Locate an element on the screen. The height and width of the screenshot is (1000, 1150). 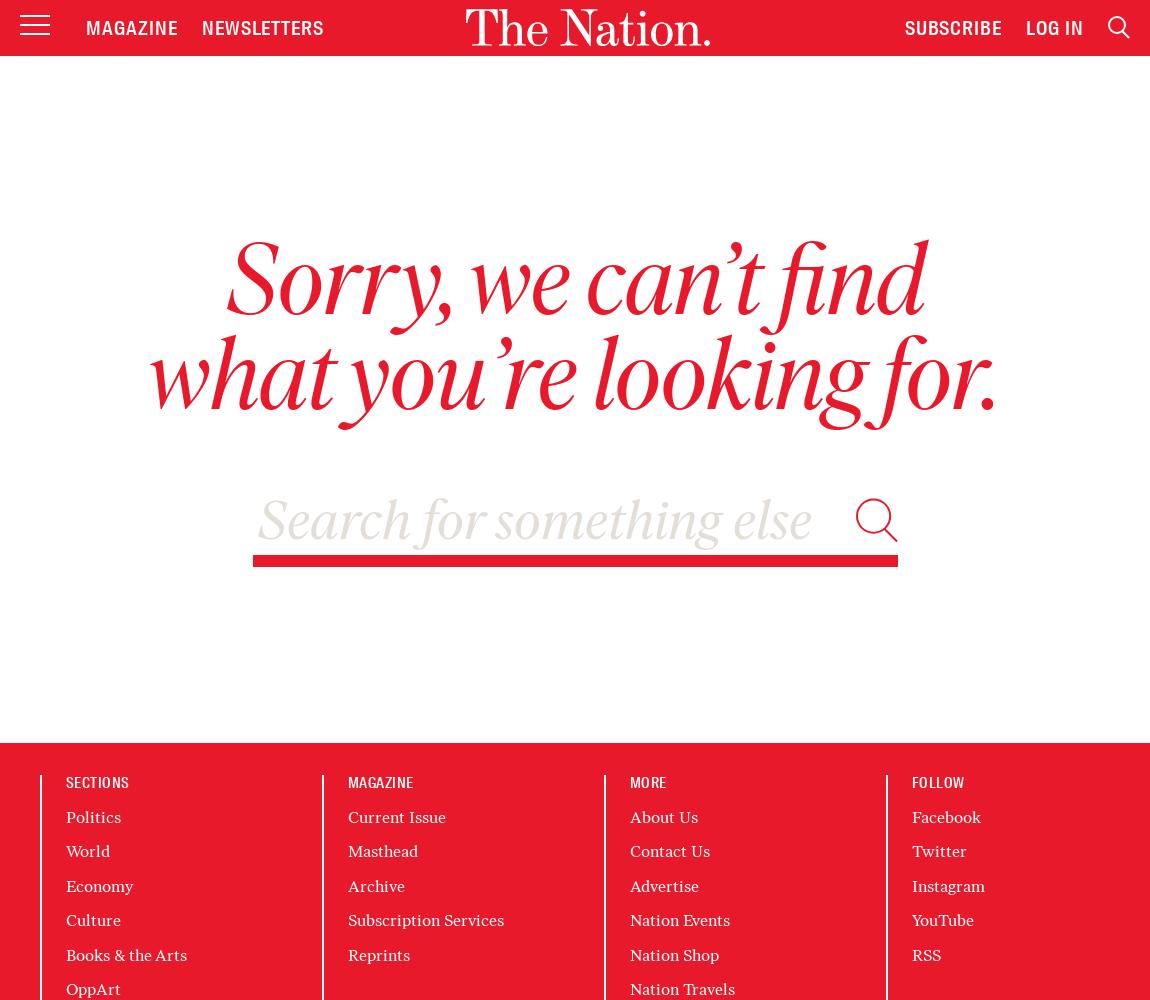
'Instagram' is located at coordinates (948, 885).